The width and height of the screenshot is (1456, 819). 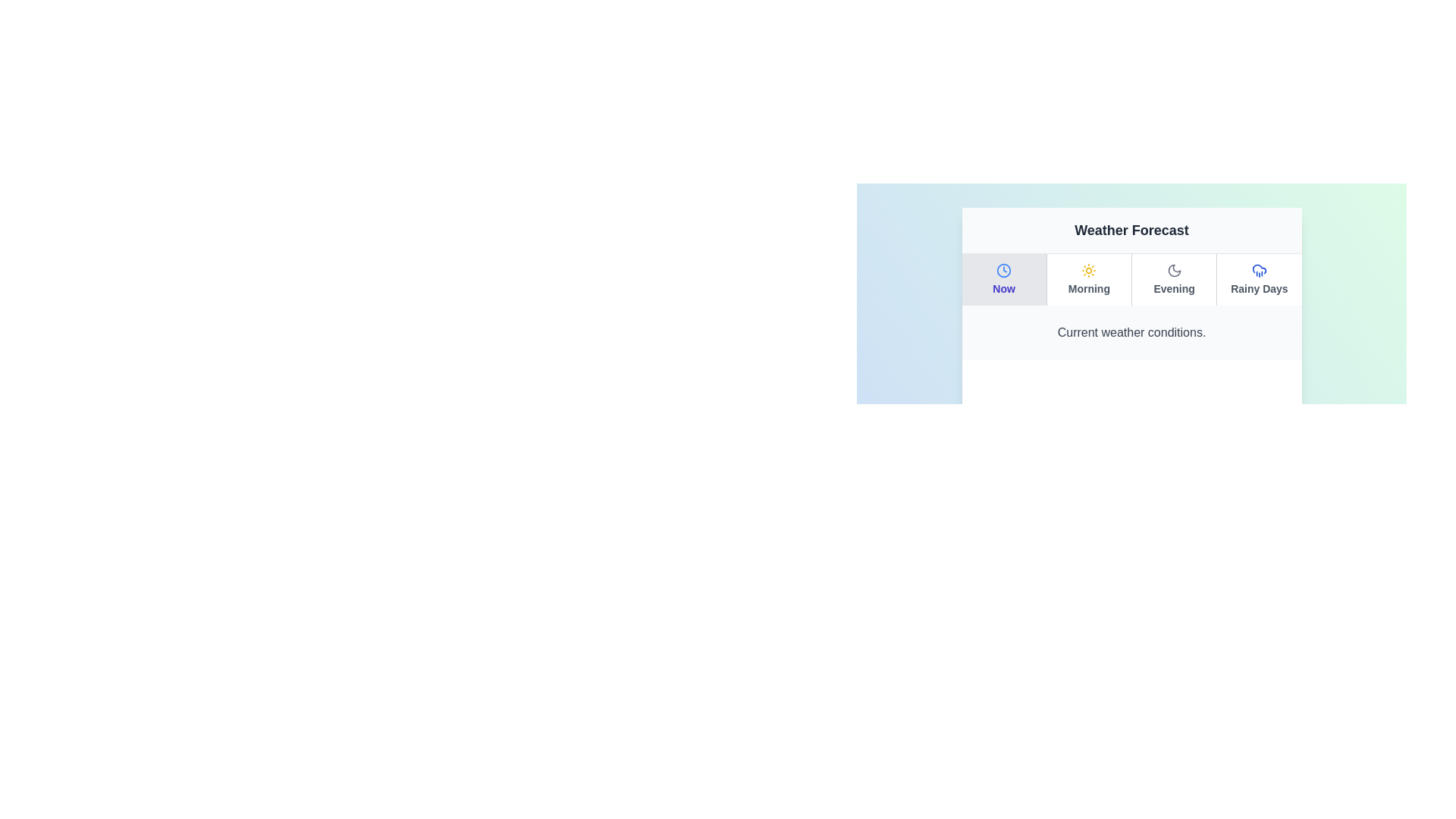 What do you see at coordinates (1088, 280) in the screenshot?
I see `the 'Morning' button in the weather forecast toolbar` at bounding box center [1088, 280].